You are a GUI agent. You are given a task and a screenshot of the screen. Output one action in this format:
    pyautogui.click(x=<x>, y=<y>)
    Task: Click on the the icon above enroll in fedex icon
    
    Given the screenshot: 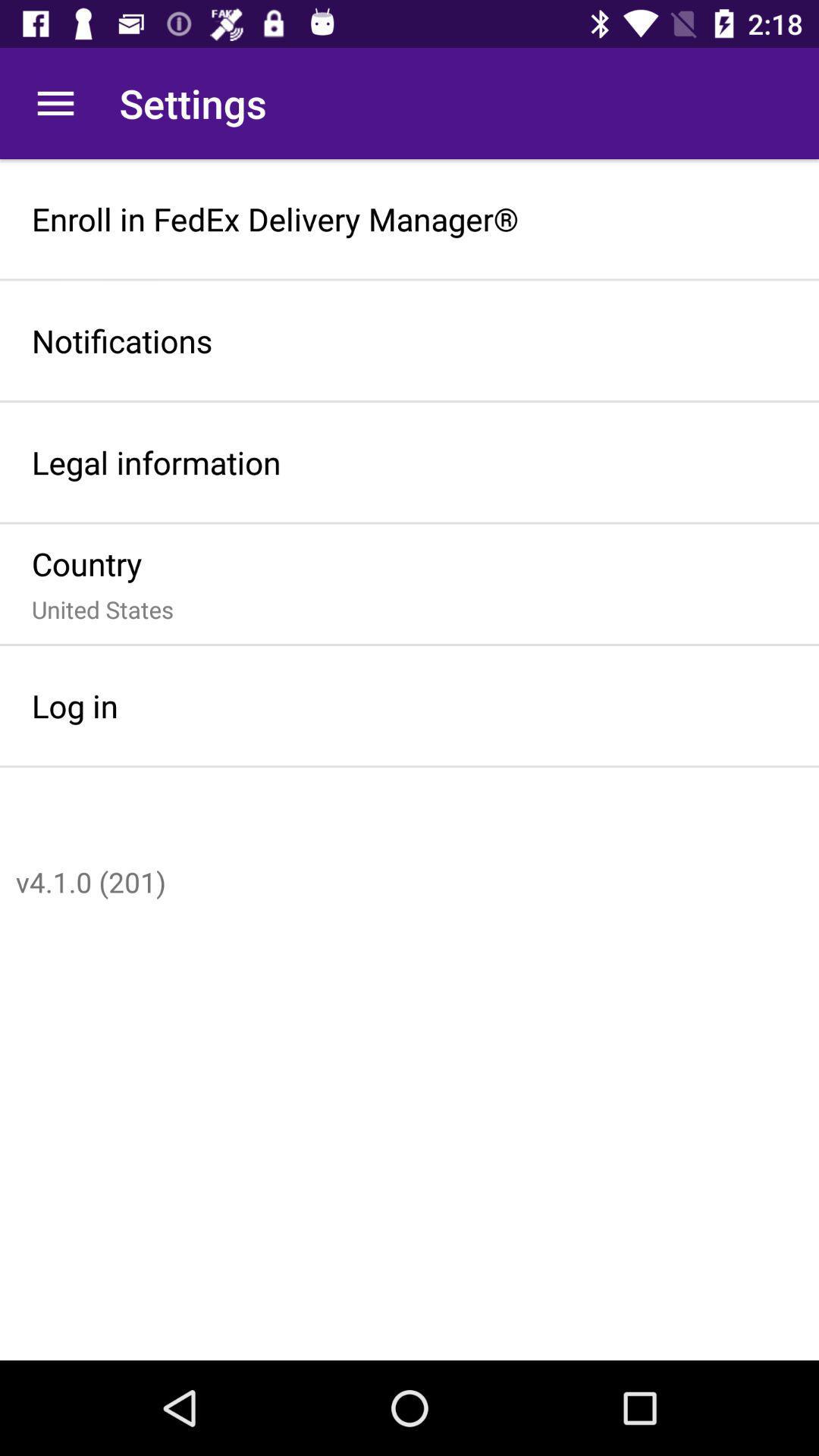 What is the action you would take?
    pyautogui.click(x=55, y=102)
    